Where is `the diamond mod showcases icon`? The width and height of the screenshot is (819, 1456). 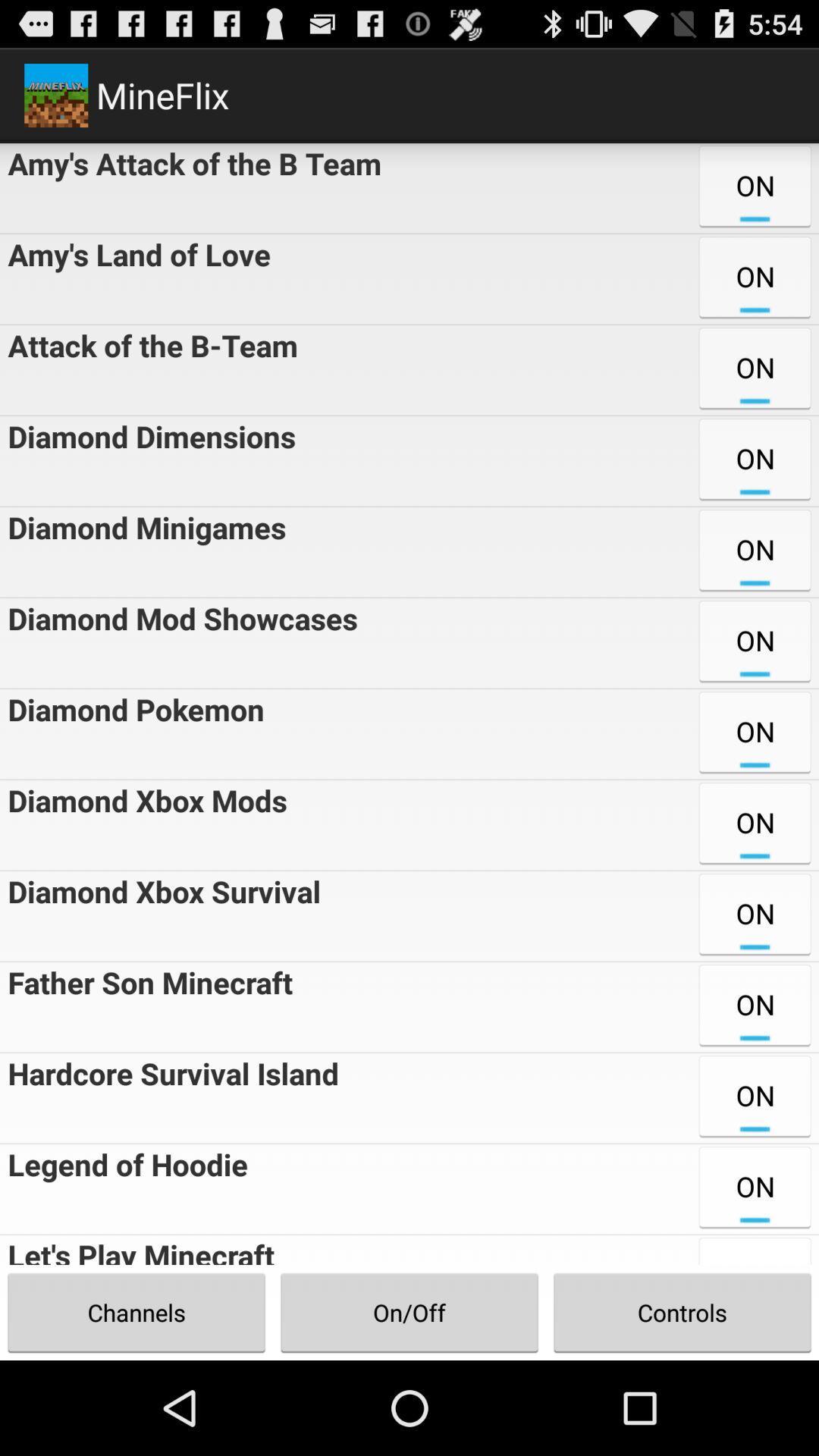
the diamond mod showcases icon is located at coordinates (177, 643).